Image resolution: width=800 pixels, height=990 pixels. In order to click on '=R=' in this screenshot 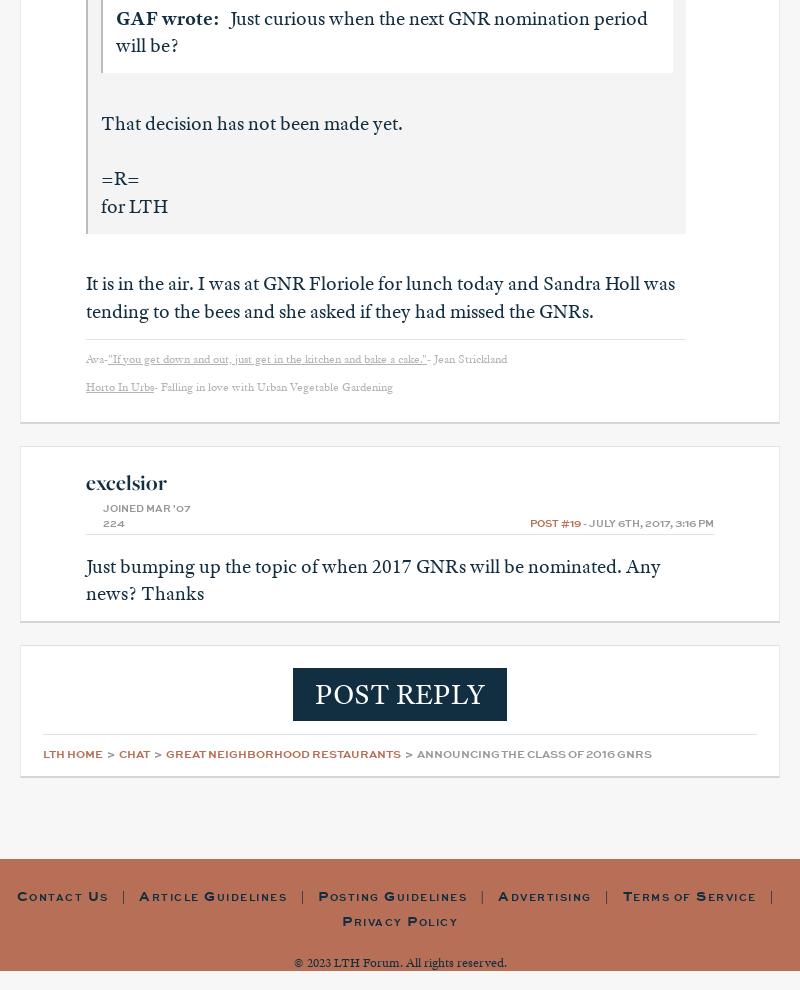, I will do `click(119, 178)`.